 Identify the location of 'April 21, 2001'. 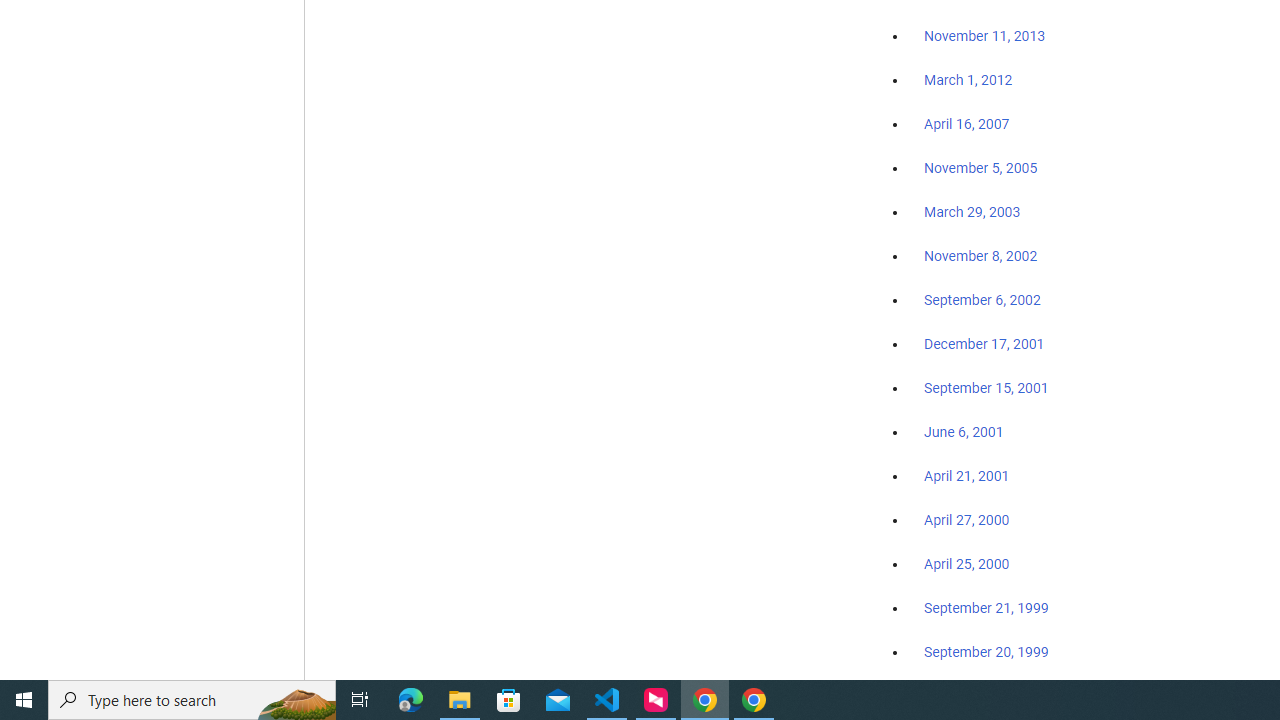
(967, 476).